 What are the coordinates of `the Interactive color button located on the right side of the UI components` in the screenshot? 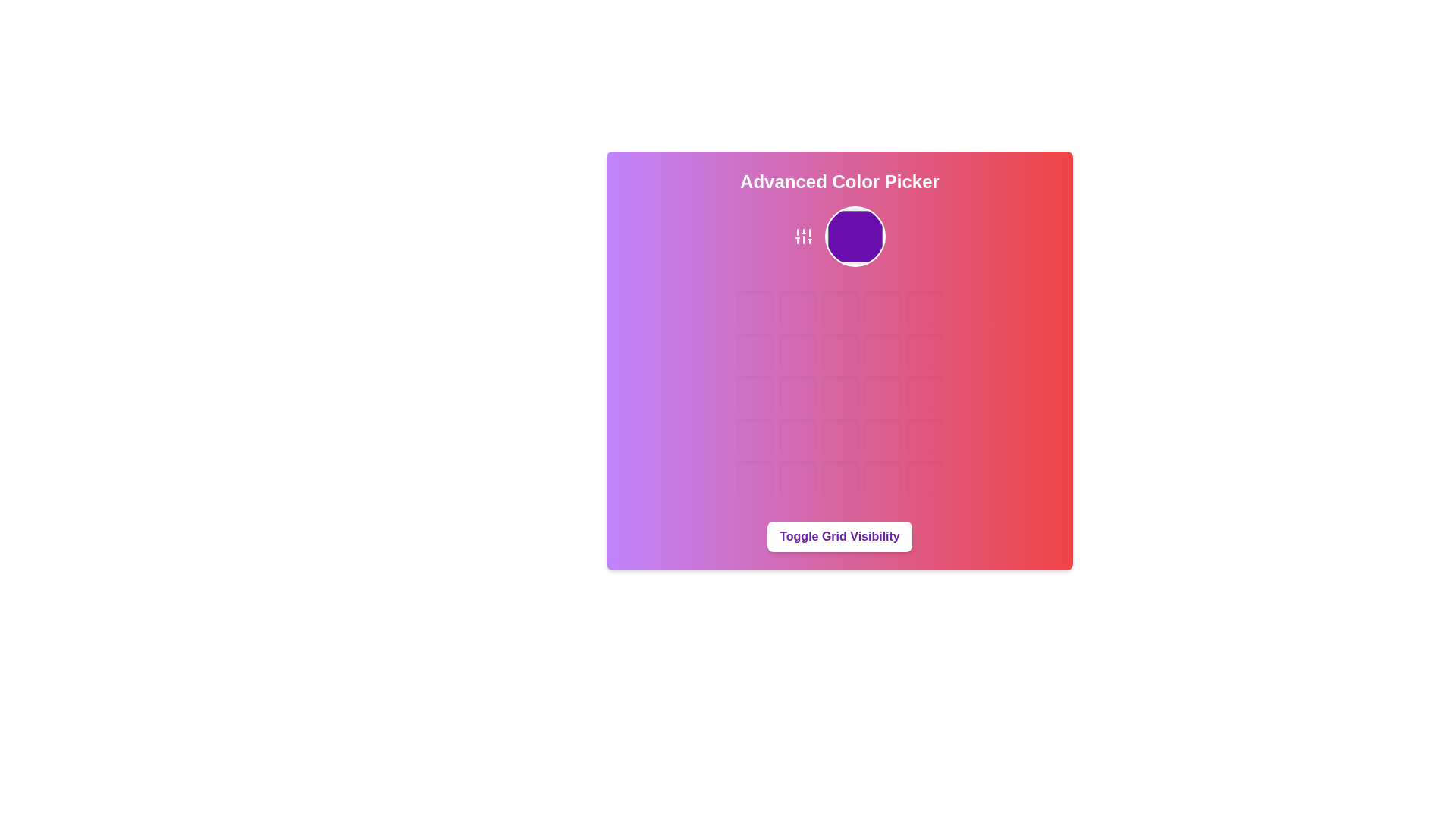 It's located at (855, 237).